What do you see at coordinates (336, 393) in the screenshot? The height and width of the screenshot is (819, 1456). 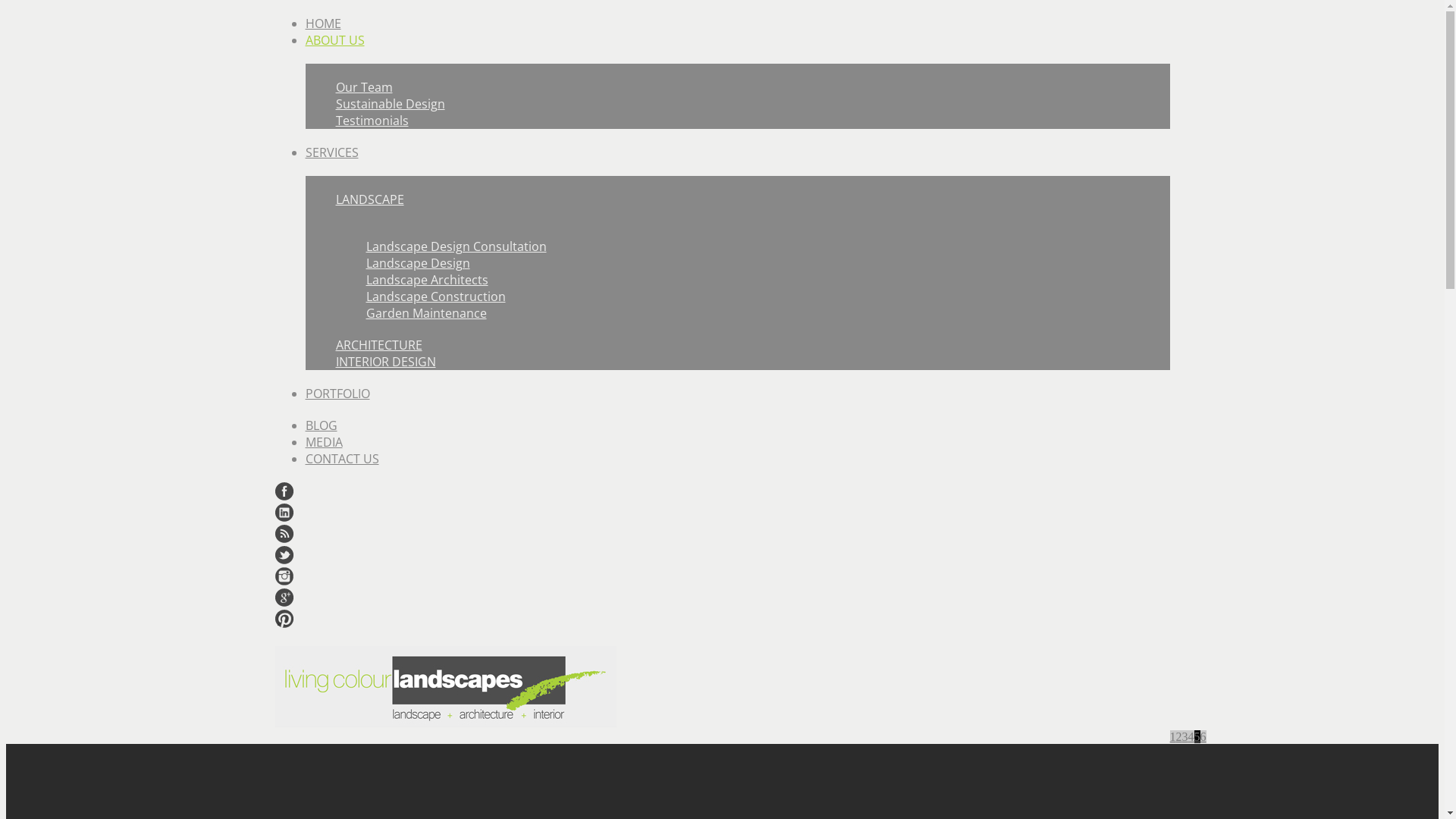 I see `'PORTFOLIO'` at bounding box center [336, 393].